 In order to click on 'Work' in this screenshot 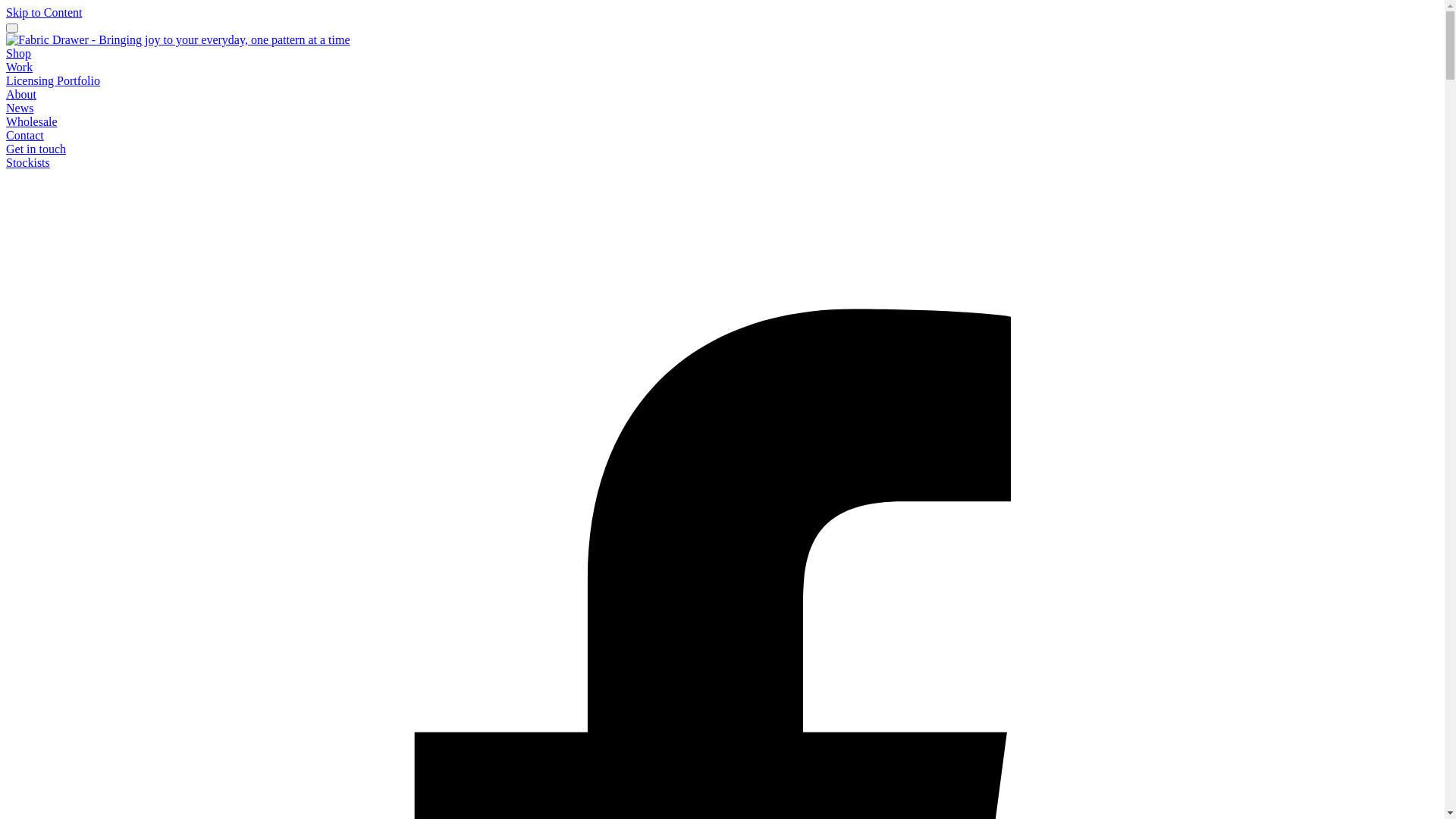, I will do `click(19, 66)`.